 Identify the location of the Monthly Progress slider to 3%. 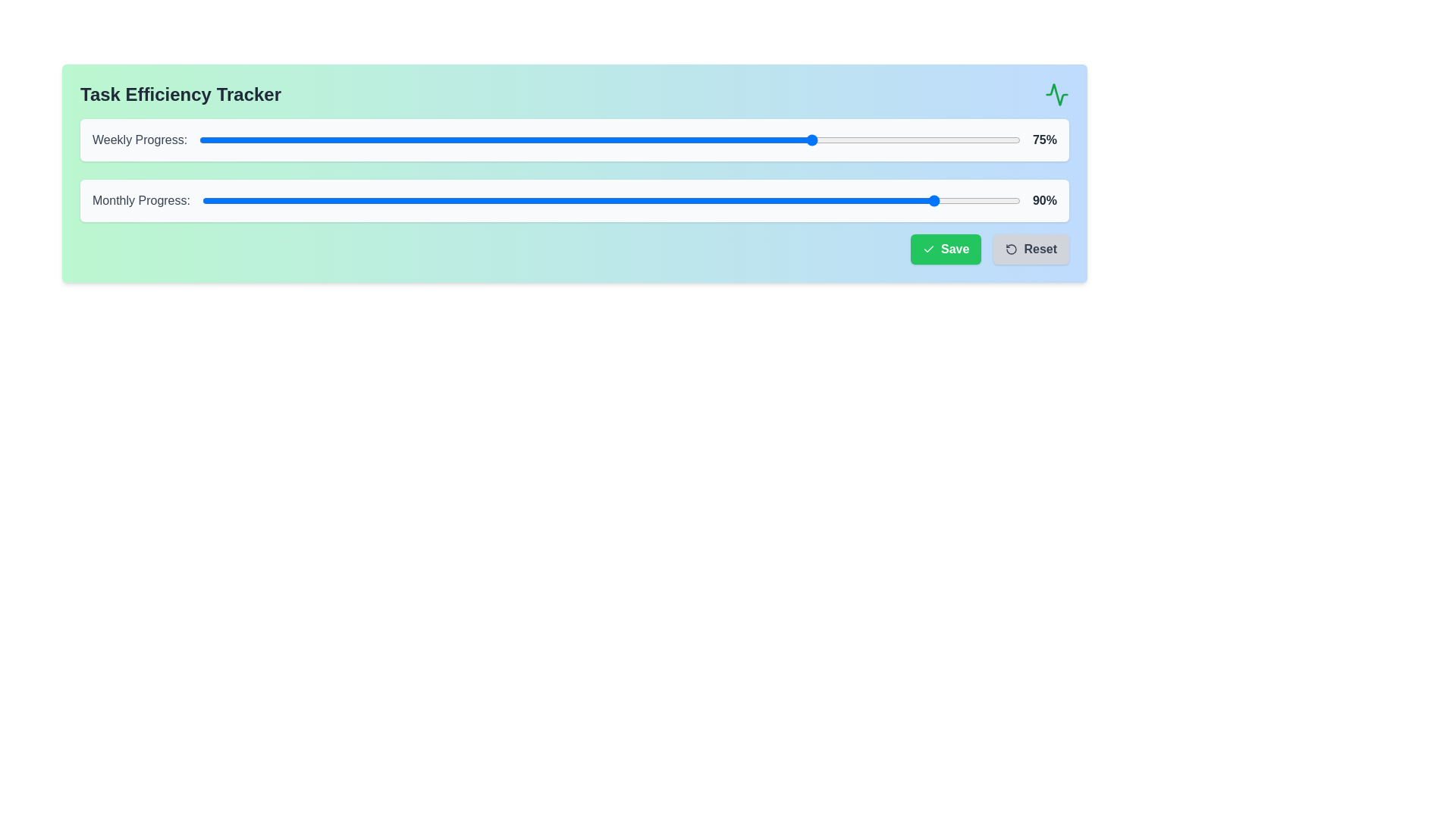
(226, 200).